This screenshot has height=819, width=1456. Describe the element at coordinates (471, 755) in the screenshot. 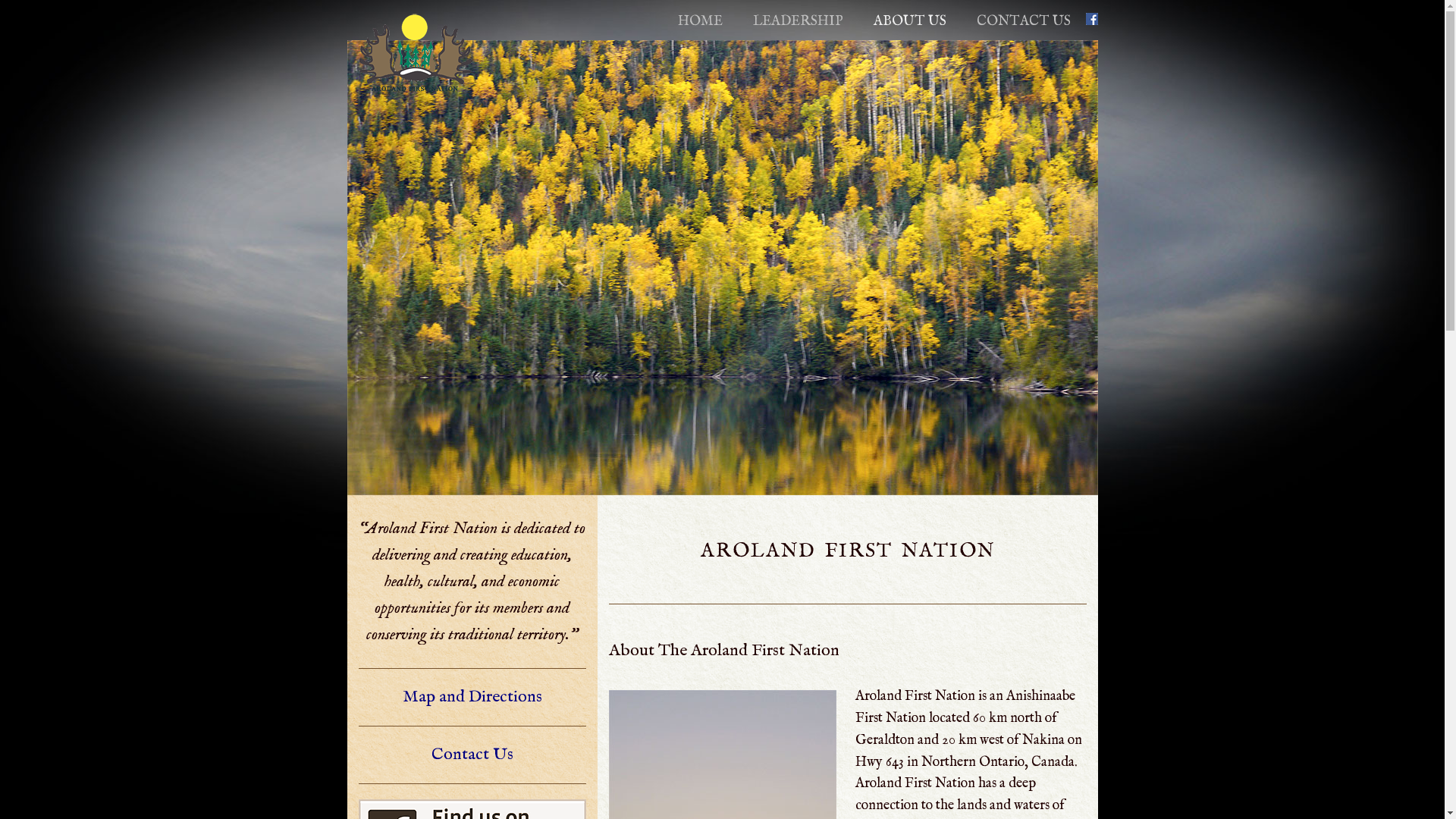

I see `'Contact Us'` at that location.